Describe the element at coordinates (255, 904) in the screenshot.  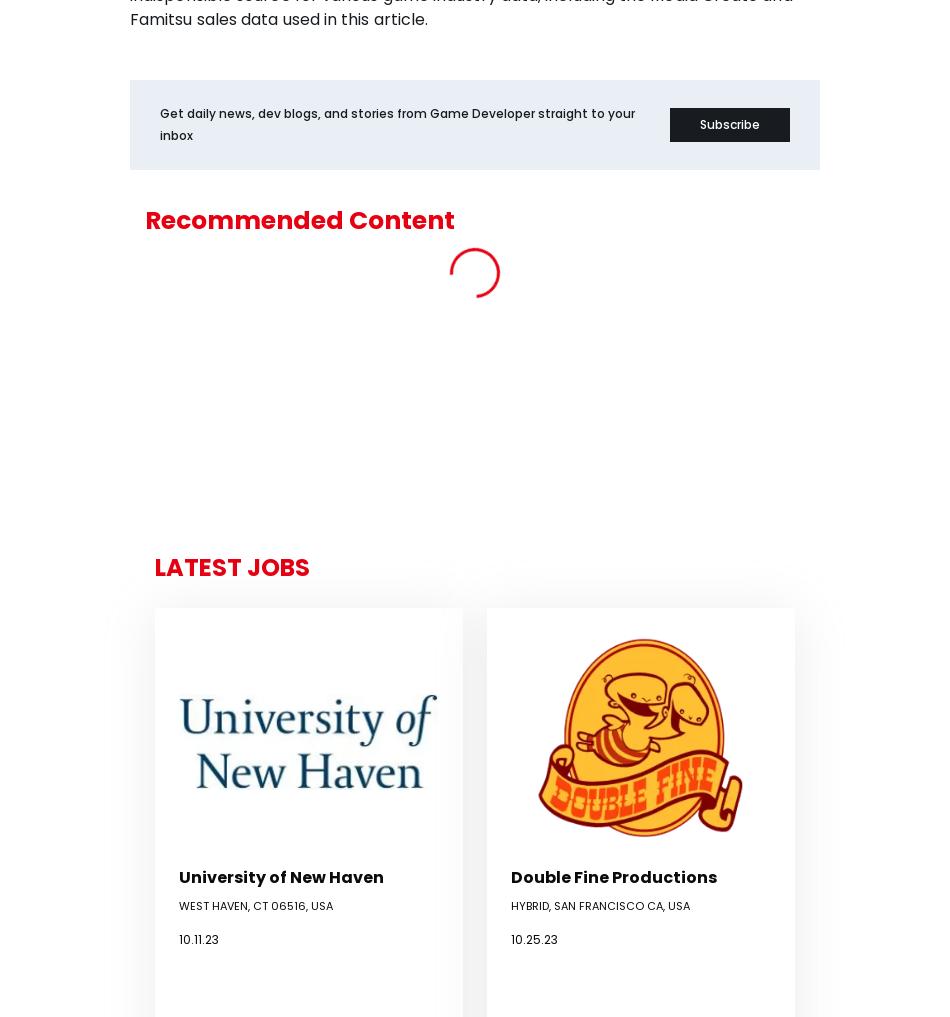
I see `'West Haven, CT 06516, USA'` at that location.